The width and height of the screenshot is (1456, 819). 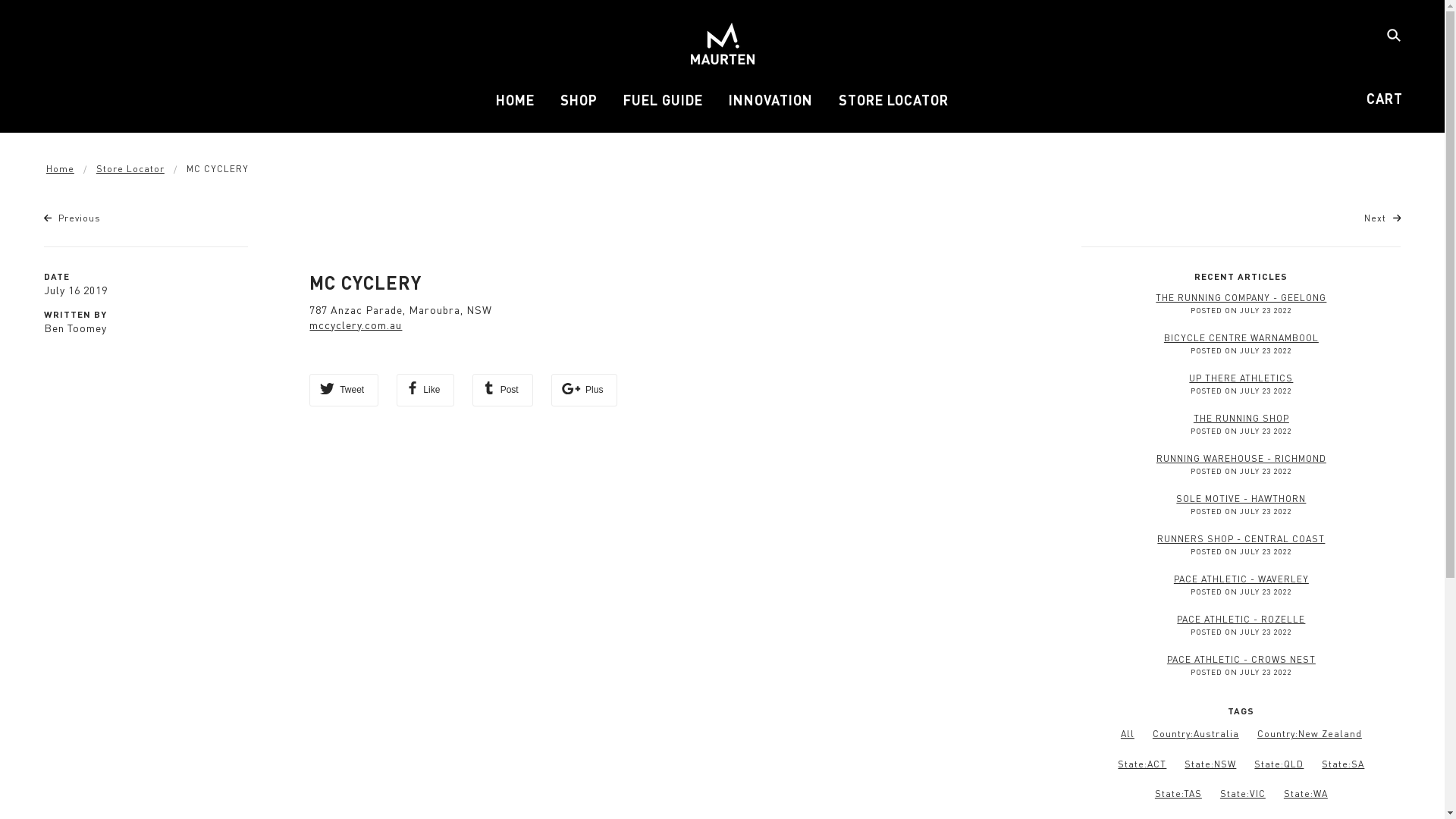 I want to click on 'THE RUNNING COMPANY - GEELONG', so click(x=1241, y=297).